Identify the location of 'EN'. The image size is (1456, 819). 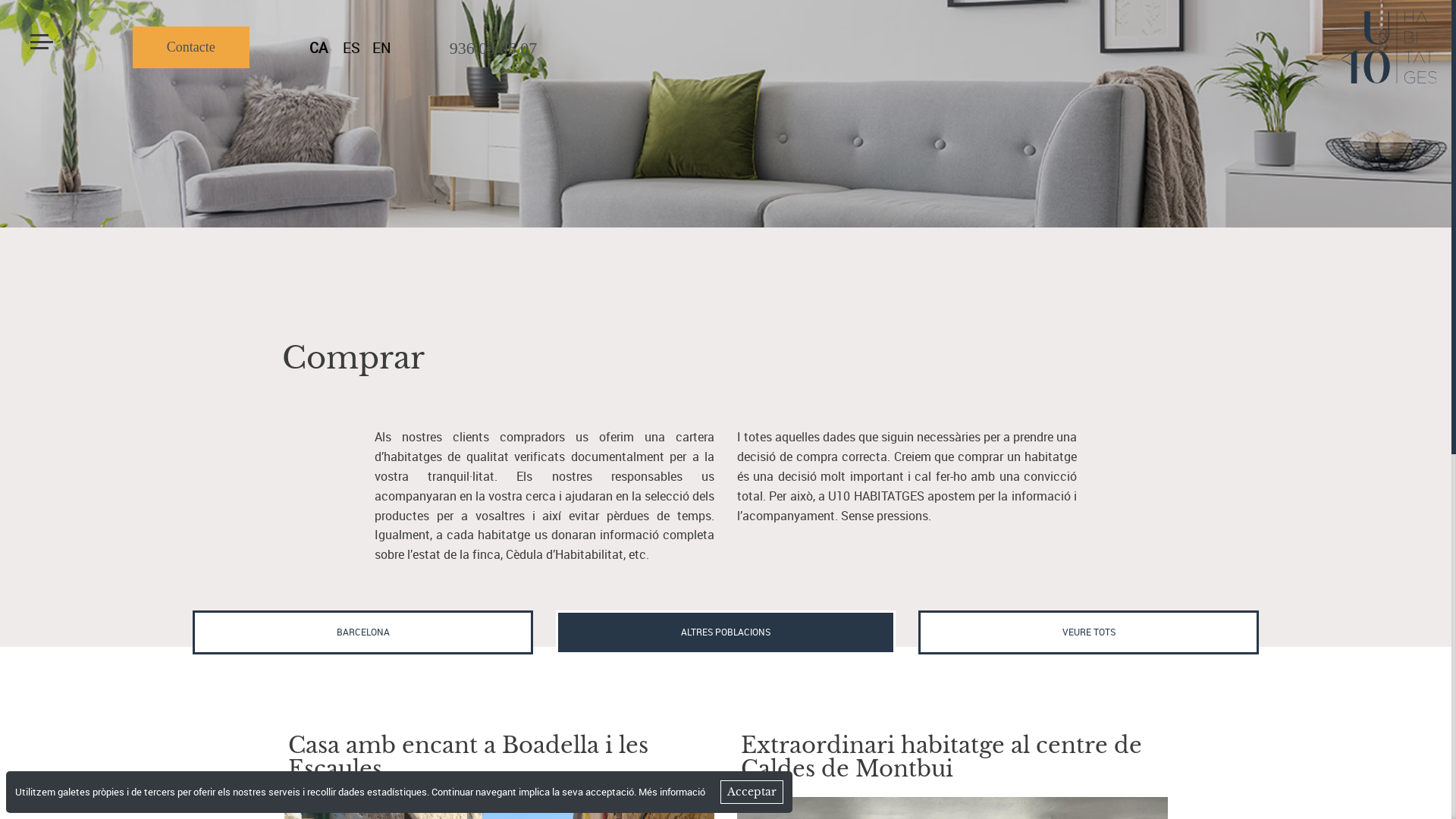
(381, 47).